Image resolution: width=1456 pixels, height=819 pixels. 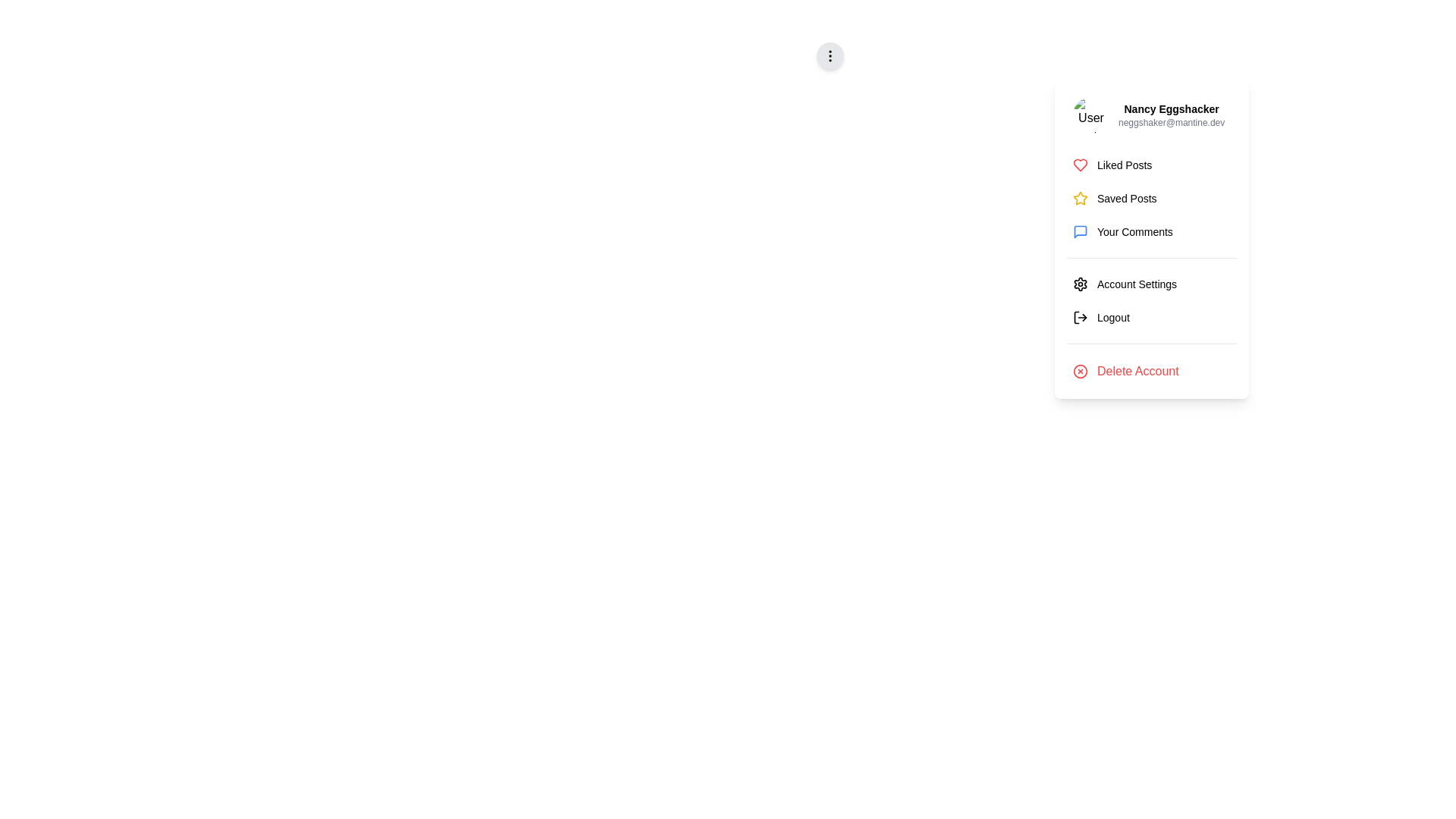 What do you see at coordinates (1080, 317) in the screenshot?
I see `the Logout icon located to the left of the 'Logout' text label in the vertical menu list` at bounding box center [1080, 317].